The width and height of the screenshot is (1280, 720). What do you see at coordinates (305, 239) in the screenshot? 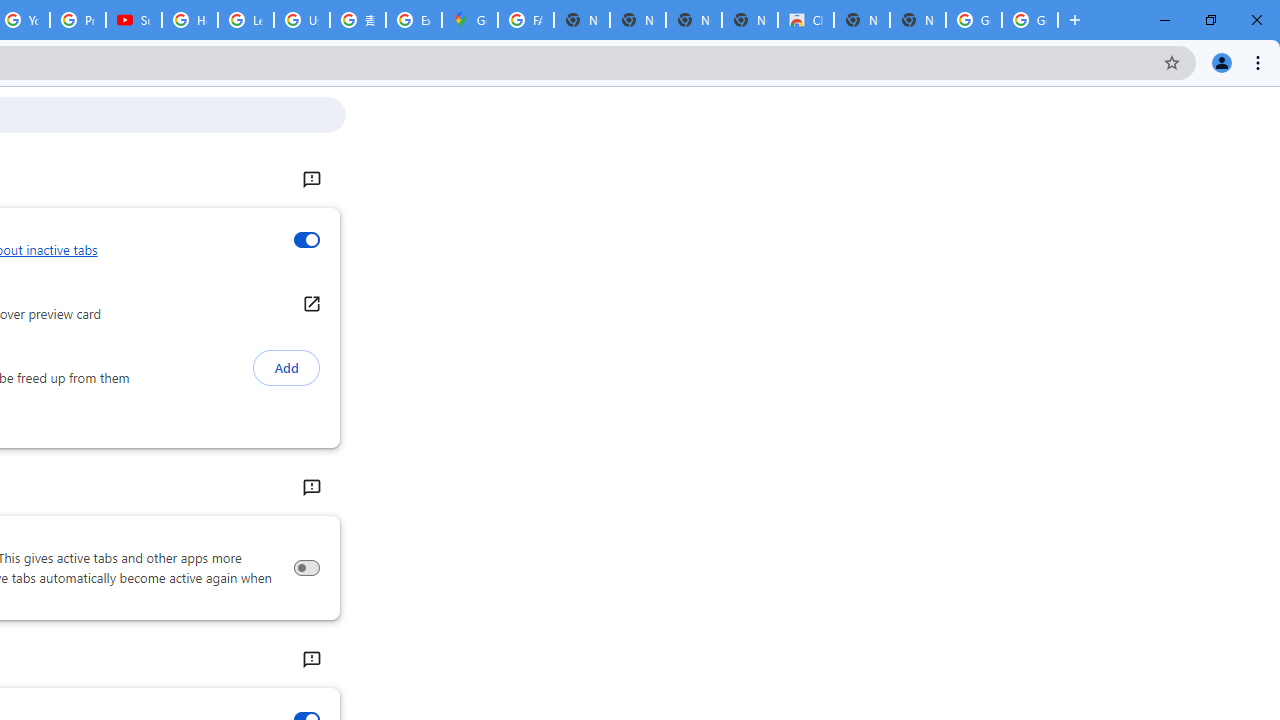
I see `'Inactive tabs appearance'` at bounding box center [305, 239].